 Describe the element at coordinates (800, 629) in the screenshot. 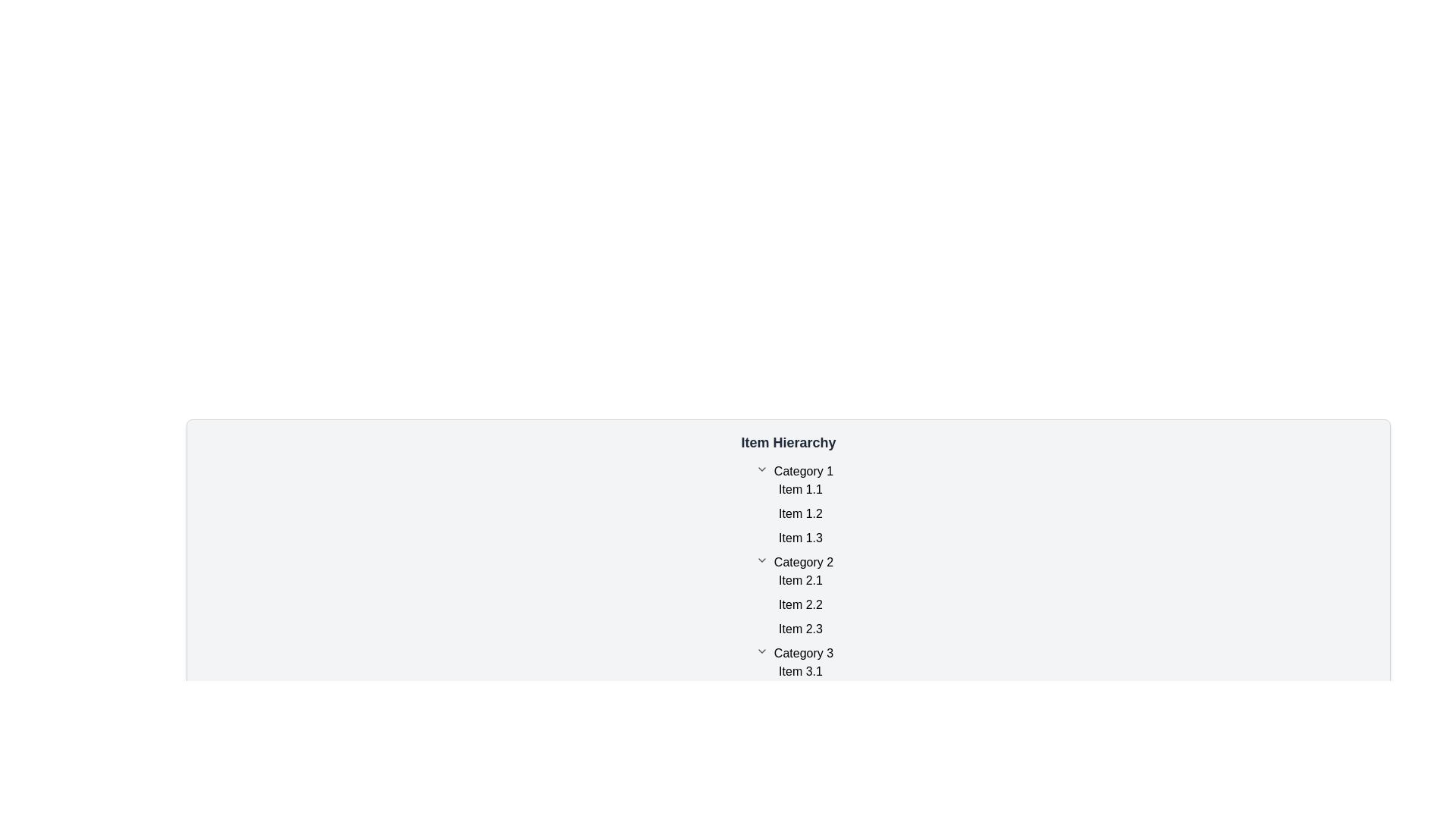

I see `the text label that reads 'Item 2.3', which is styled in a plain sans-serif font and is black on a light-gray background` at that location.